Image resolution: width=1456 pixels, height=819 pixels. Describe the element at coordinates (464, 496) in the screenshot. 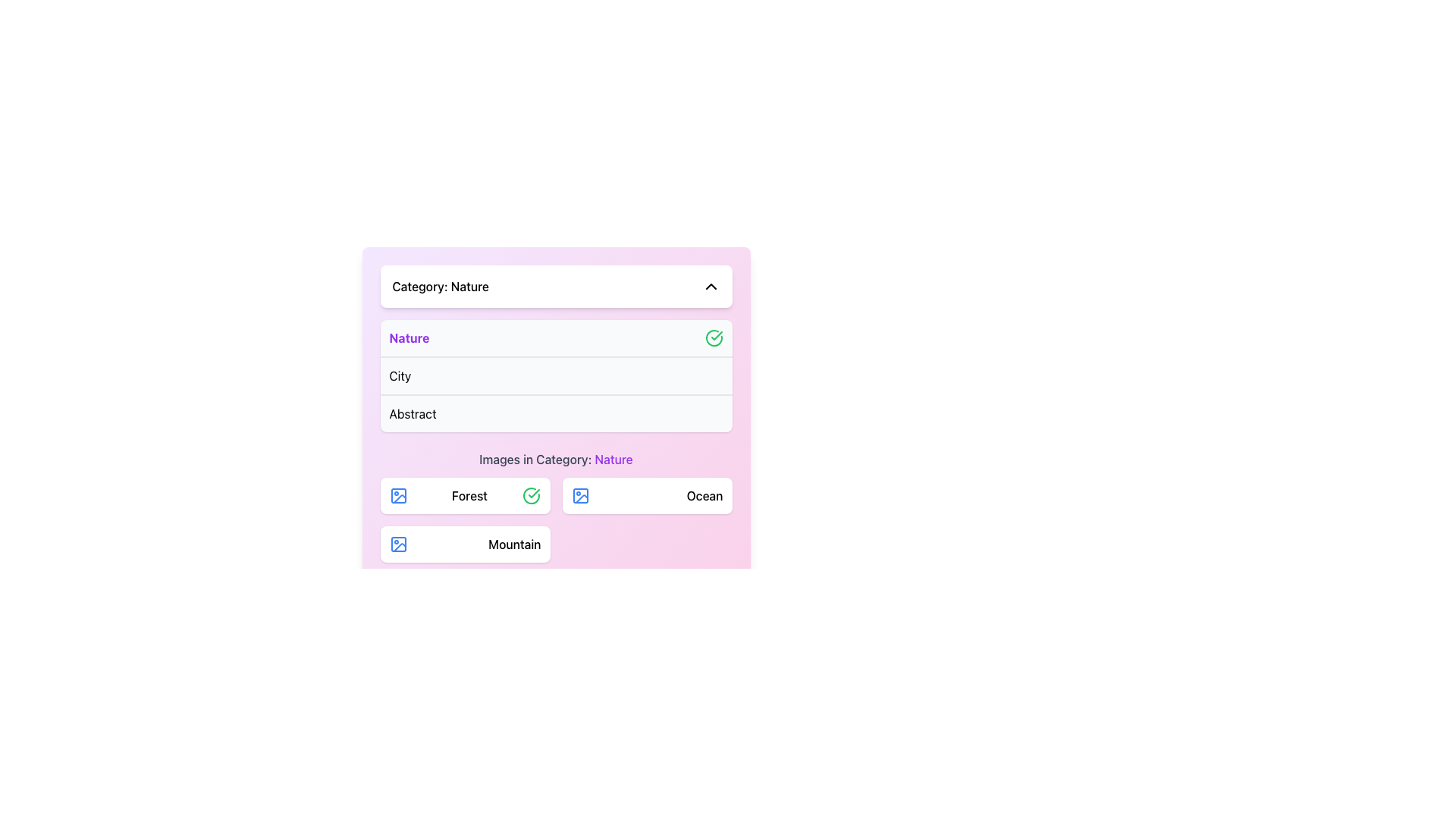

I see `the selectable item labeled 'Forest' with a blue image icon and a green checkmark icon` at that location.